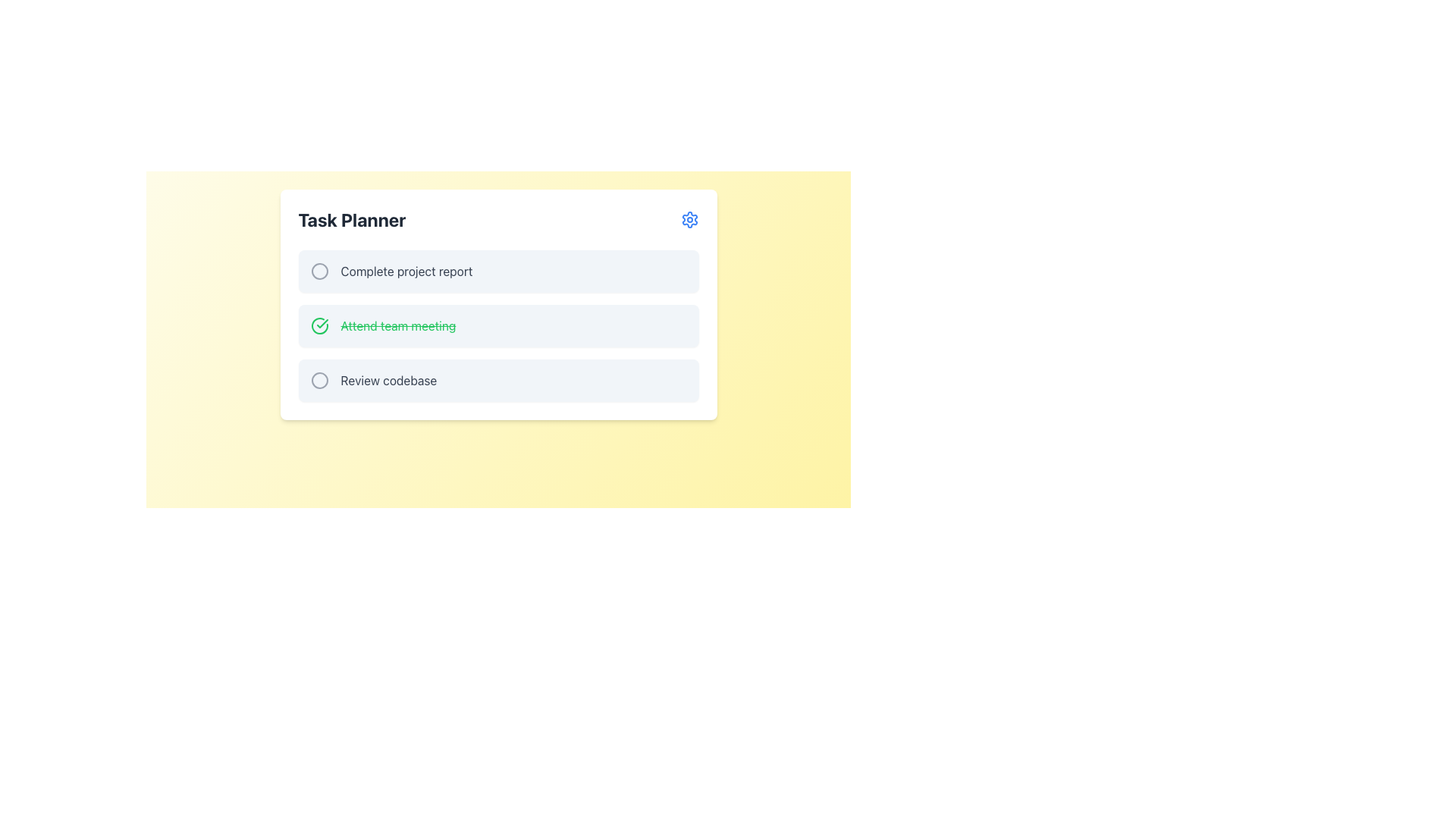  Describe the element at coordinates (398, 325) in the screenshot. I see `the completed task text label that reads 'Attend team meeting', styled with a line-through effect and colored green, located in the second task row of the 'Task Planner' interface` at that location.